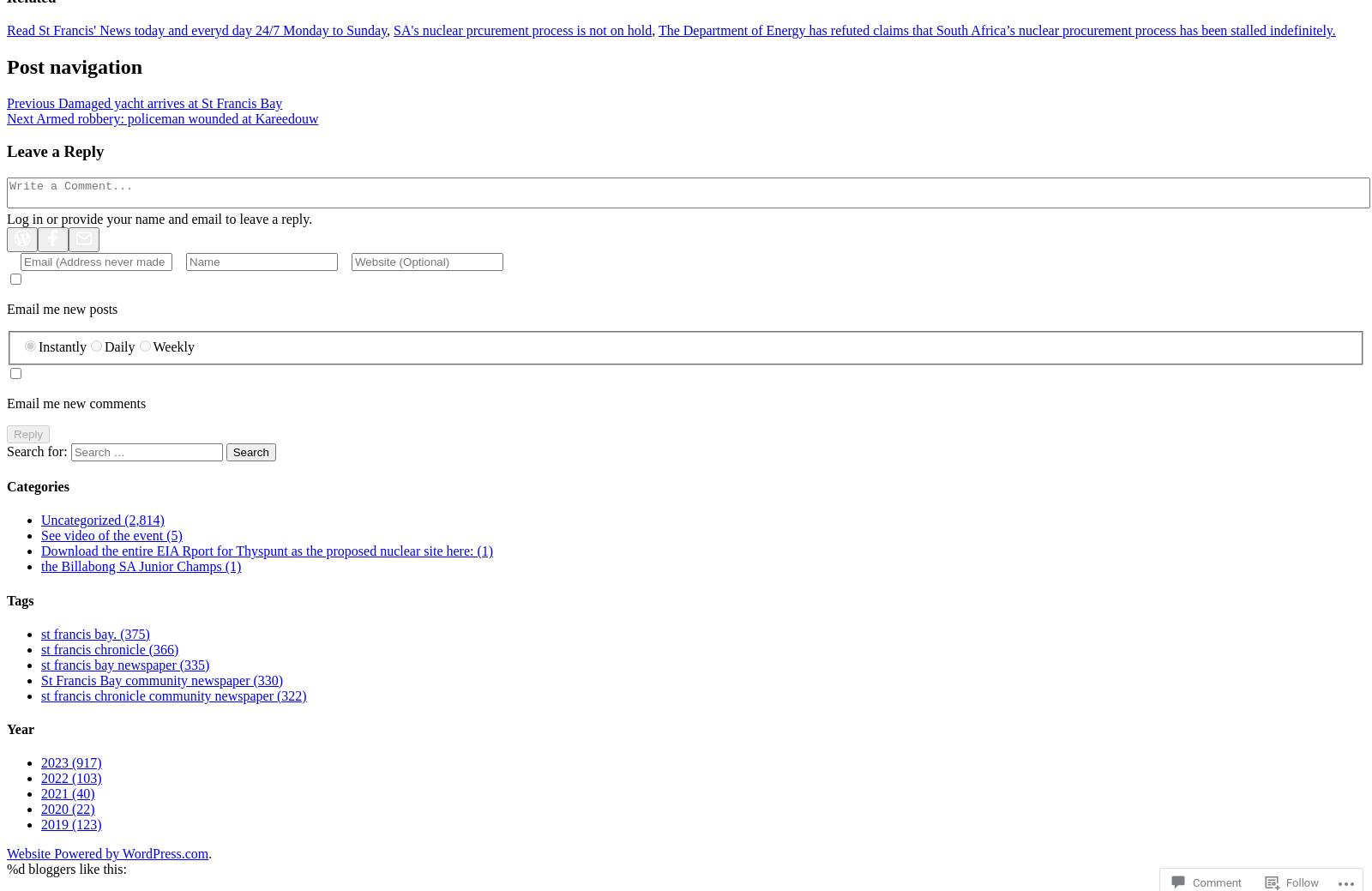 This screenshot has height=891, width=1372. What do you see at coordinates (6, 64) in the screenshot?
I see `'Post navigation'` at bounding box center [6, 64].